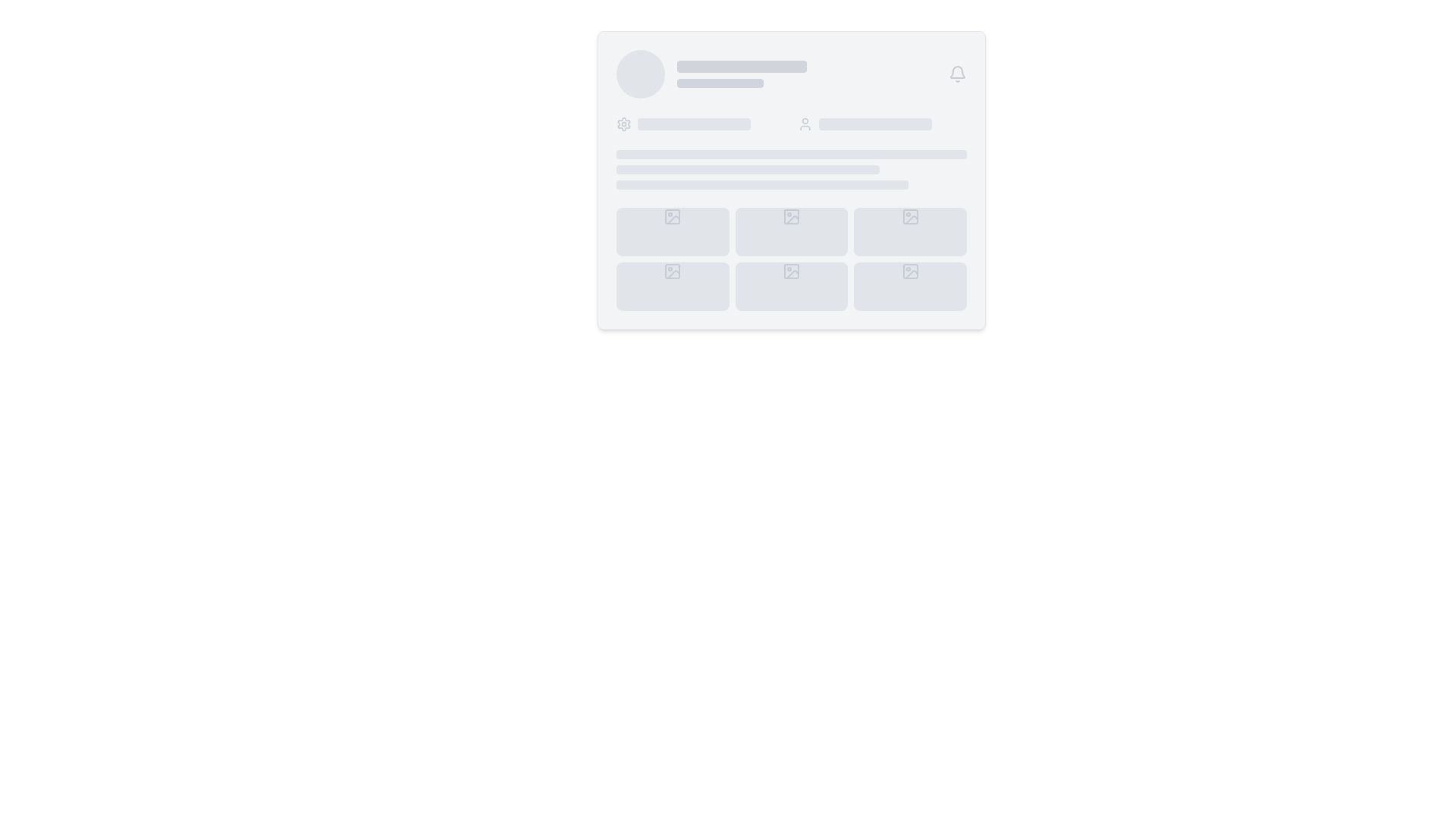 Image resolution: width=1456 pixels, height=819 pixels. What do you see at coordinates (910, 287) in the screenshot?
I see `the third element in the bottom row of a grid layout, which serves as a placeholder representation for future content or images` at bounding box center [910, 287].